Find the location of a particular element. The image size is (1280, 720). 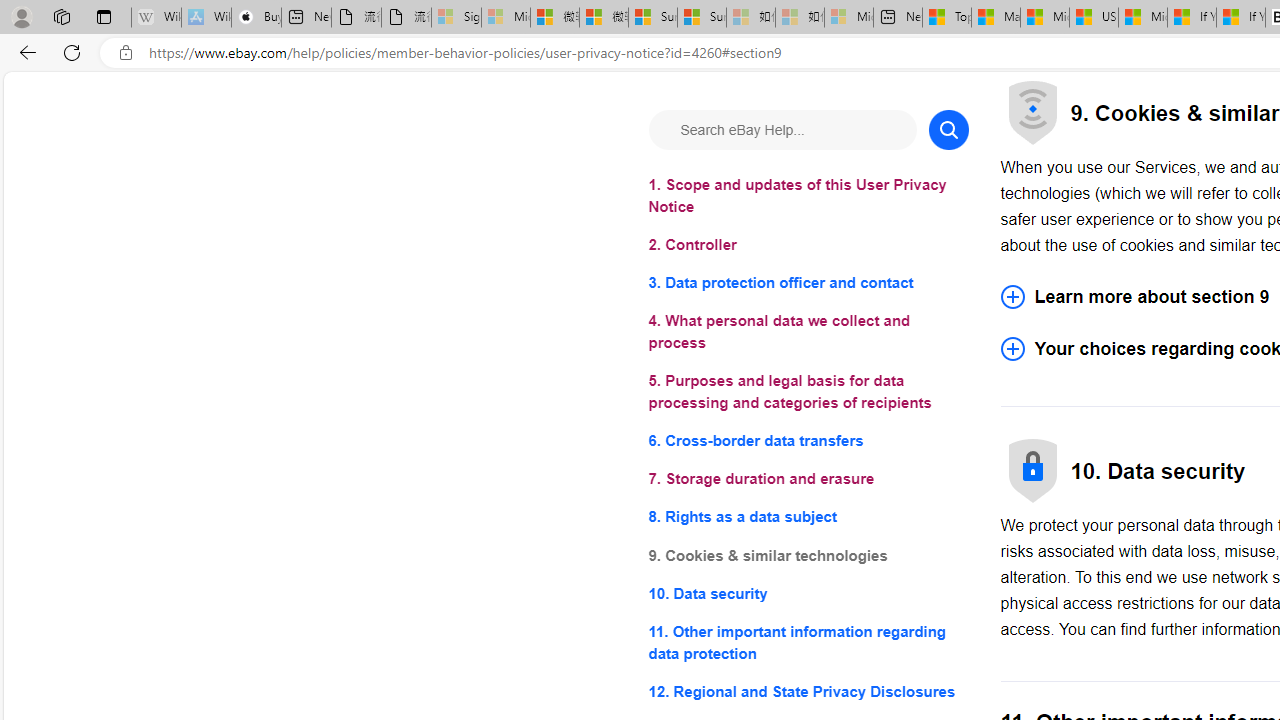

'Marine life - MSN' is located at coordinates (995, 17).